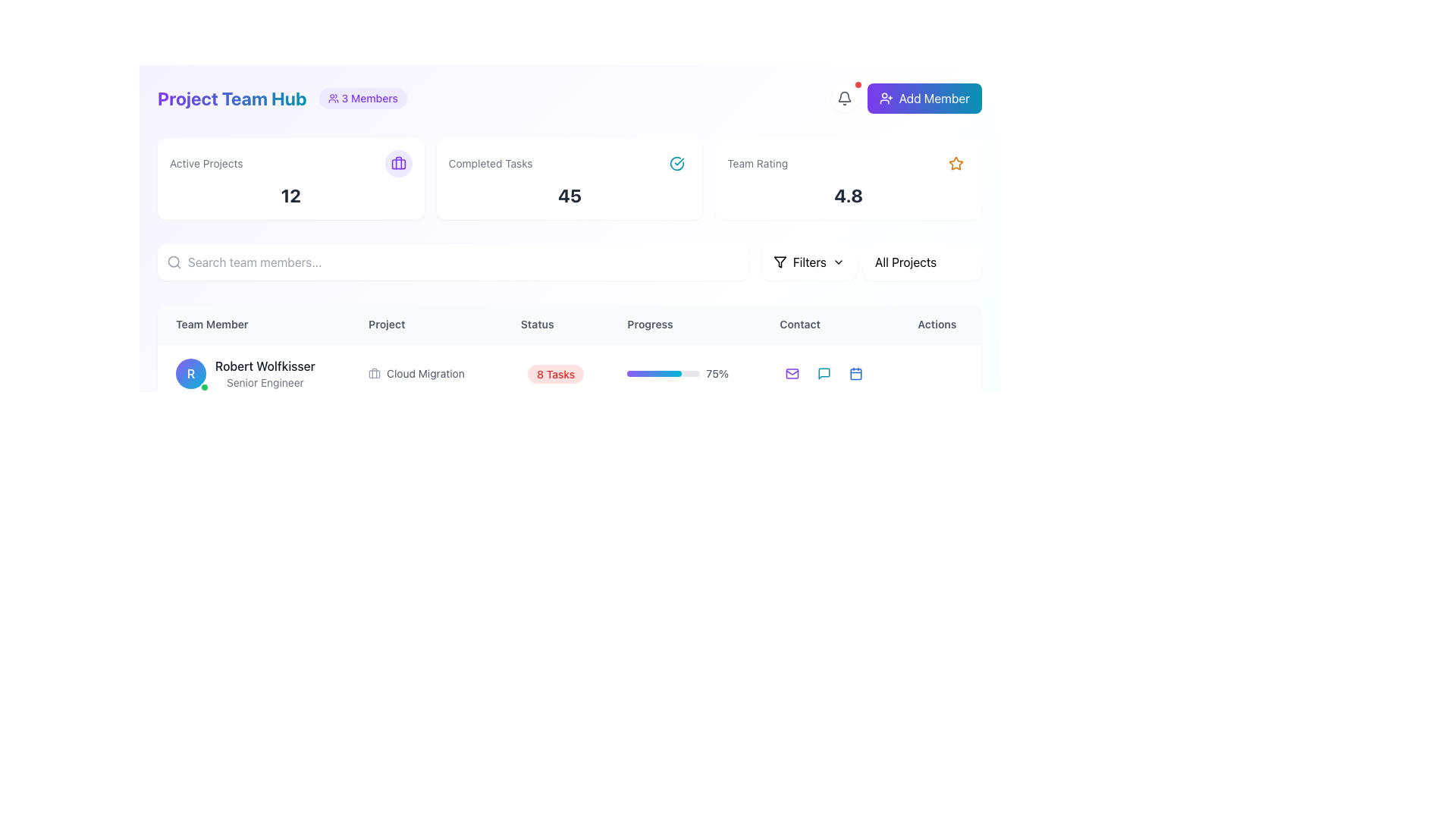 The image size is (1456, 819). Describe the element at coordinates (555, 374) in the screenshot. I see `the badge with rounded corners and red background that displays '8 Tasks' in the 'Status' column for the team member 'Robert Wolfkisser'` at that location.